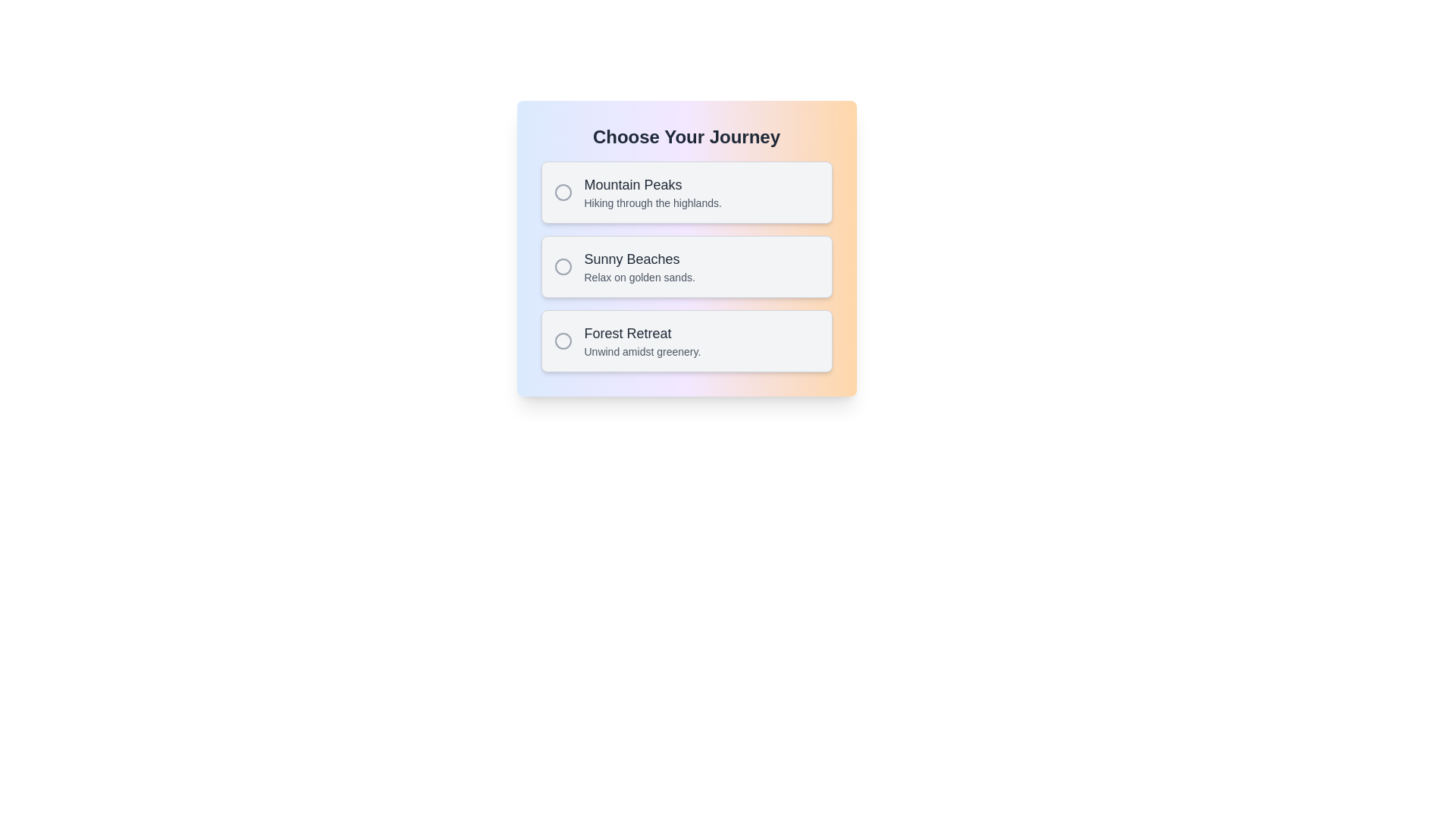 The height and width of the screenshot is (819, 1456). Describe the element at coordinates (642, 332) in the screenshot. I see `the text label reading 'Forest Retreat', which is styled in a larger bold font and positioned in the third option block of the 'Choose Your Journey' list` at that location.